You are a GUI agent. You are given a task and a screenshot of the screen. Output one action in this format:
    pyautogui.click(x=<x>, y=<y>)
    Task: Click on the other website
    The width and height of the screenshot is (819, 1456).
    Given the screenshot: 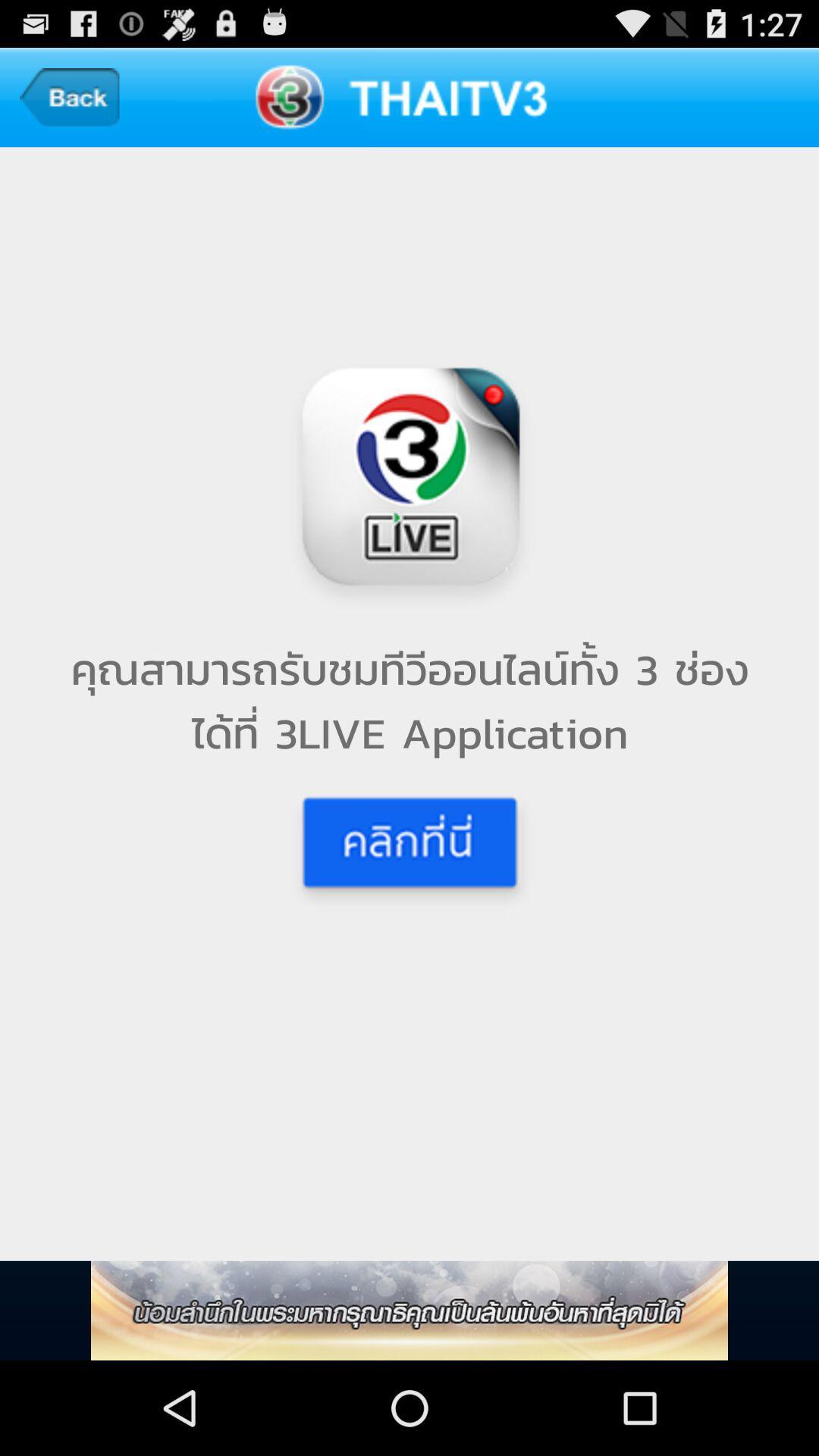 What is the action you would take?
    pyautogui.click(x=409, y=1310)
    